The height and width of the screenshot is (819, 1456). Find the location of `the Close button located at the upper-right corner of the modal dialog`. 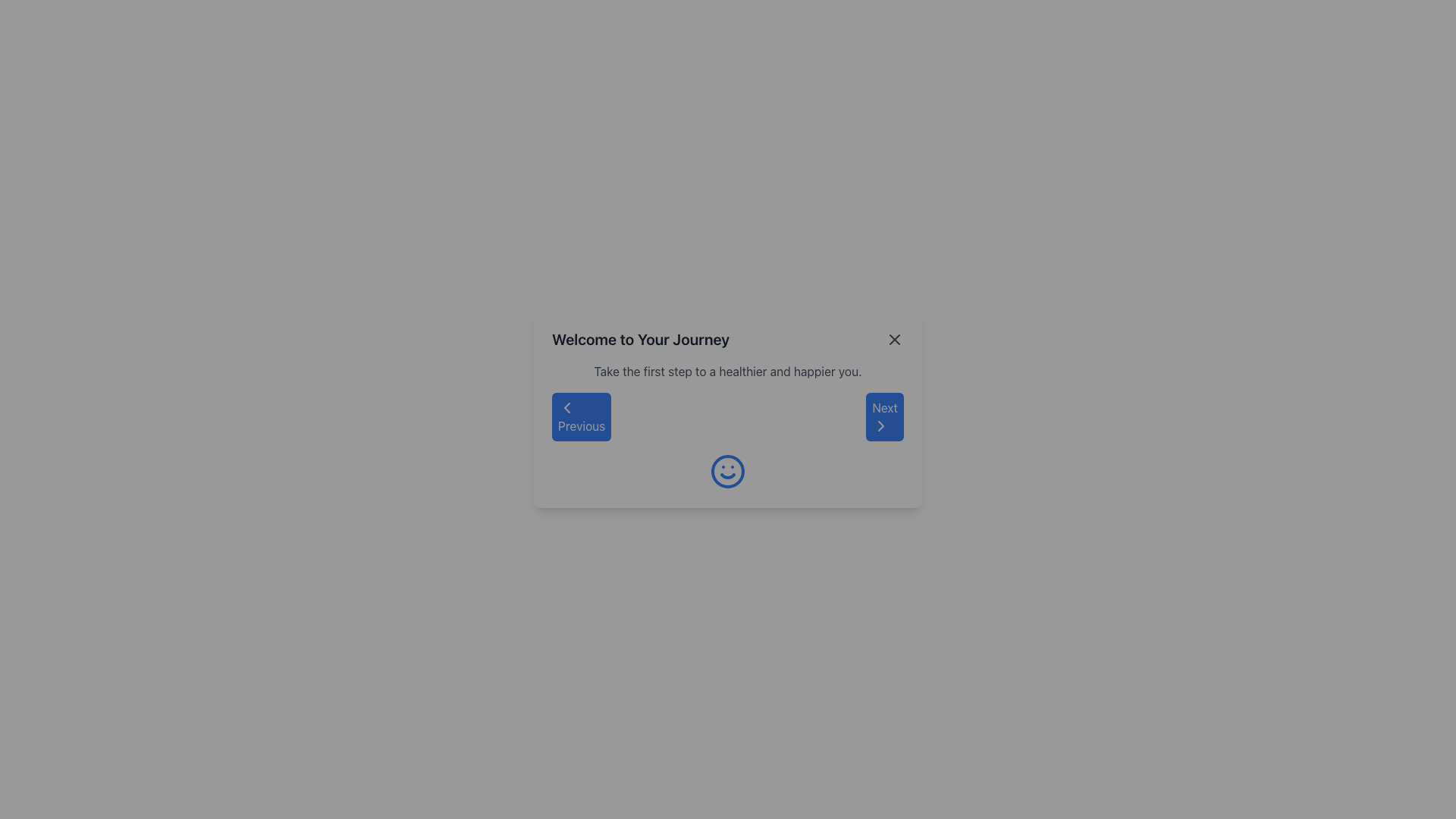

the Close button located at the upper-right corner of the modal dialog is located at coordinates (895, 338).